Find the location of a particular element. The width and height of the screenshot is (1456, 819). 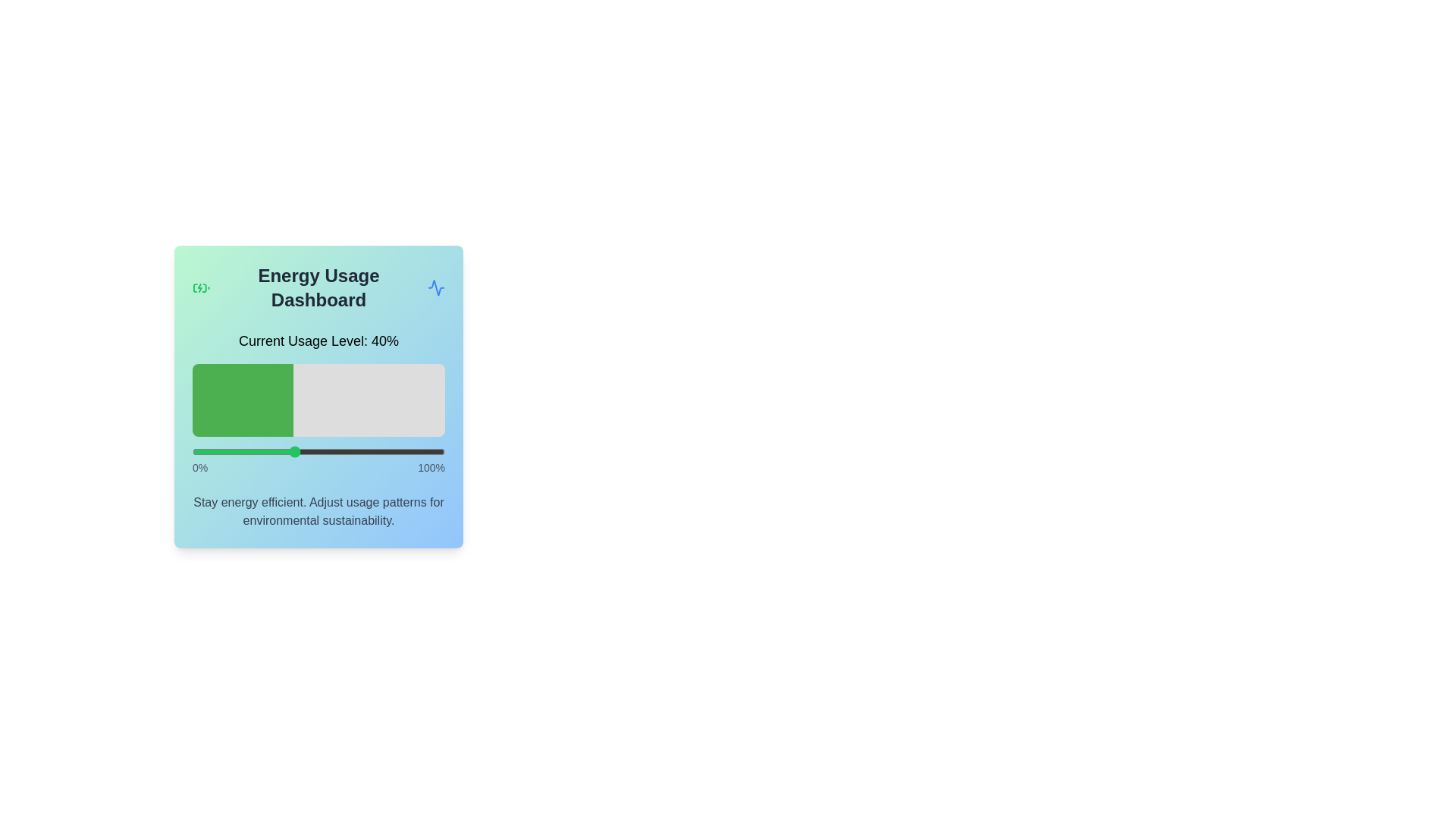

the energy usage level to 69% by dragging the slider is located at coordinates (366, 451).